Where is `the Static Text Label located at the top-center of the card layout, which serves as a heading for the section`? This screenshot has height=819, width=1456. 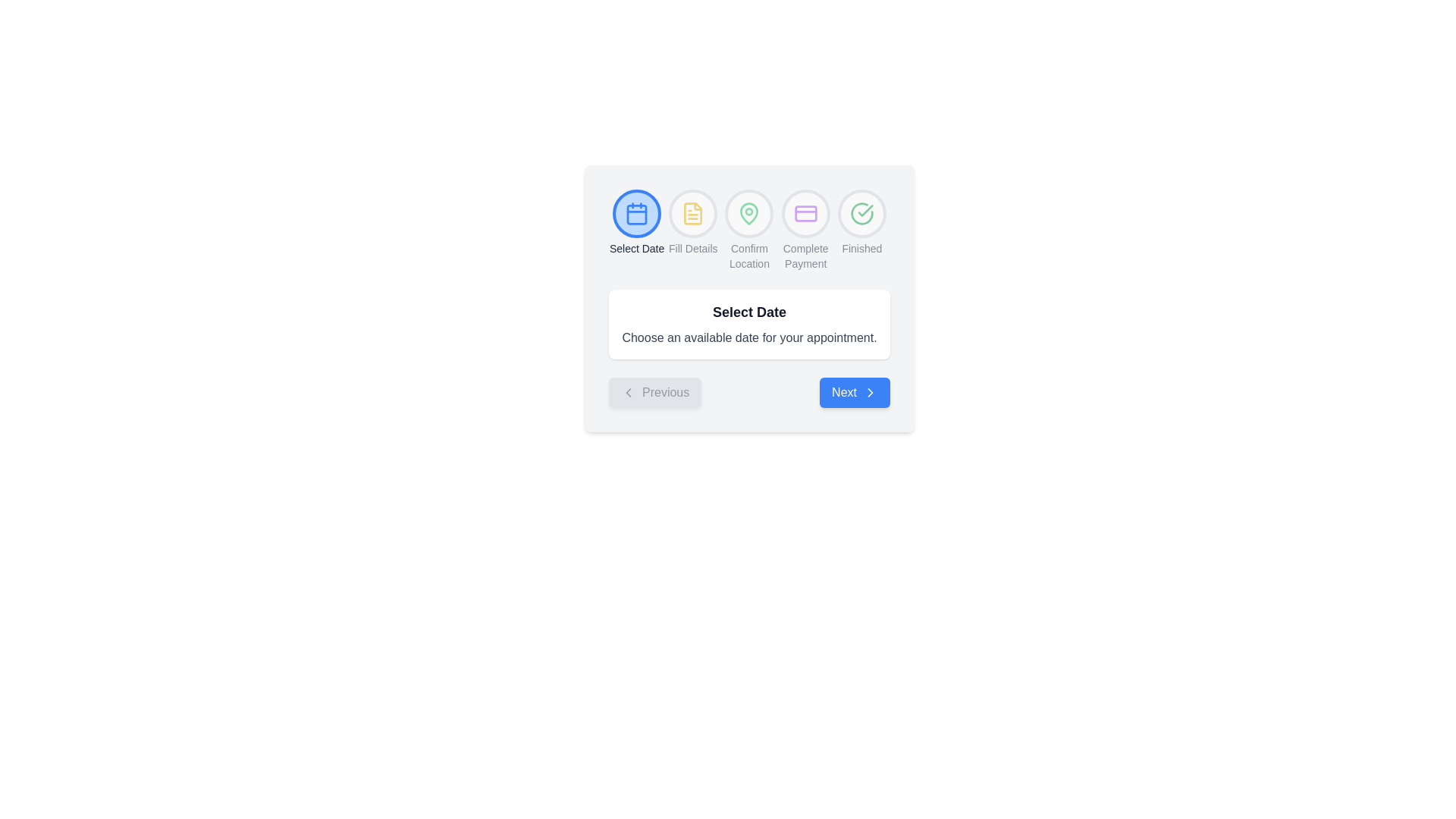 the Static Text Label located at the top-center of the card layout, which serves as a heading for the section is located at coordinates (749, 312).